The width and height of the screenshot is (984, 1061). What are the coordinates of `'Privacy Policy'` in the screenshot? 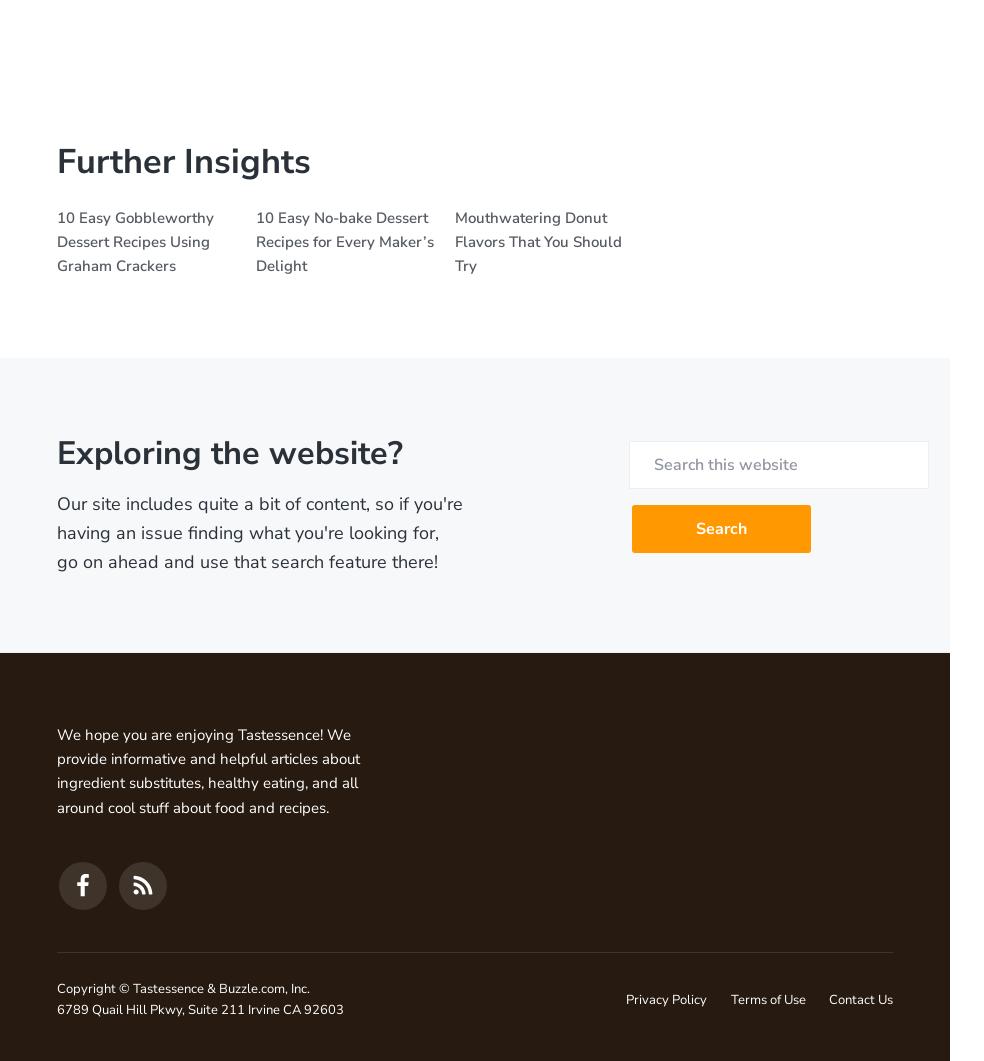 It's located at (666, 998).